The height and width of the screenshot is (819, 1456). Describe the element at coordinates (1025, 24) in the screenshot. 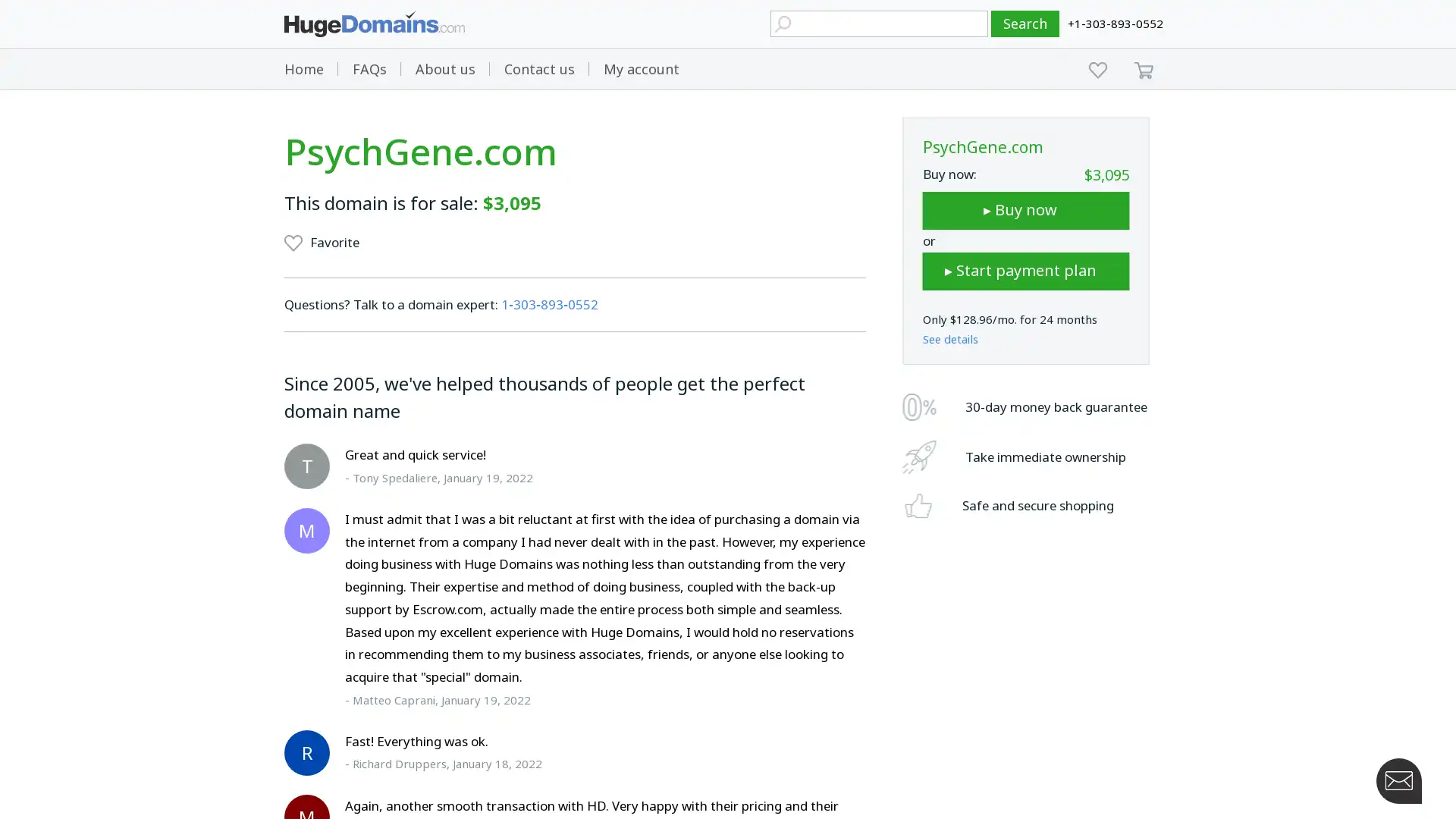

I see `Search` at that location.